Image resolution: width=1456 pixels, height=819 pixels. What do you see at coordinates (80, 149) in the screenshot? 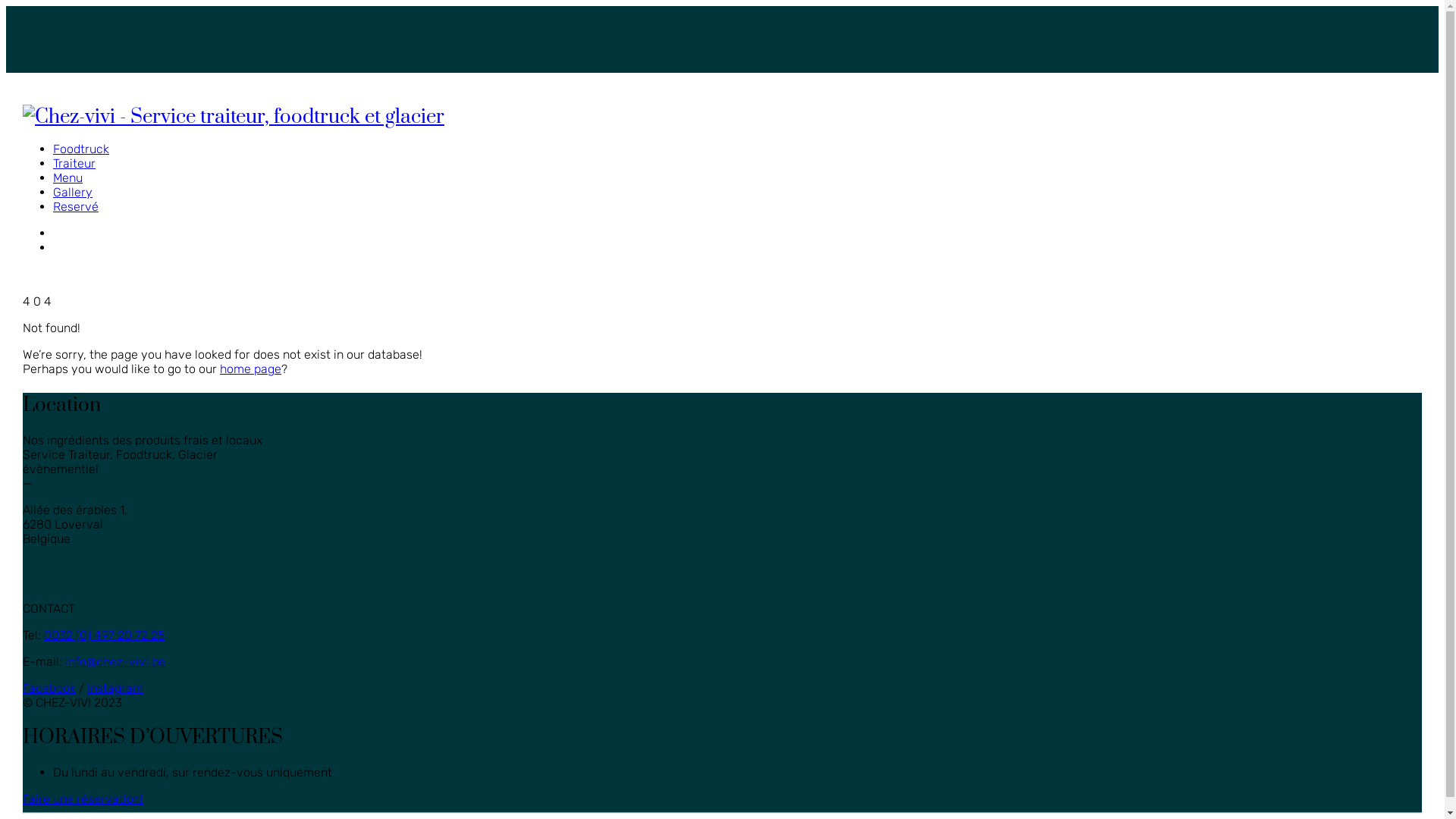
I see `'Foodtruck'` at bounding box center [80, 149].